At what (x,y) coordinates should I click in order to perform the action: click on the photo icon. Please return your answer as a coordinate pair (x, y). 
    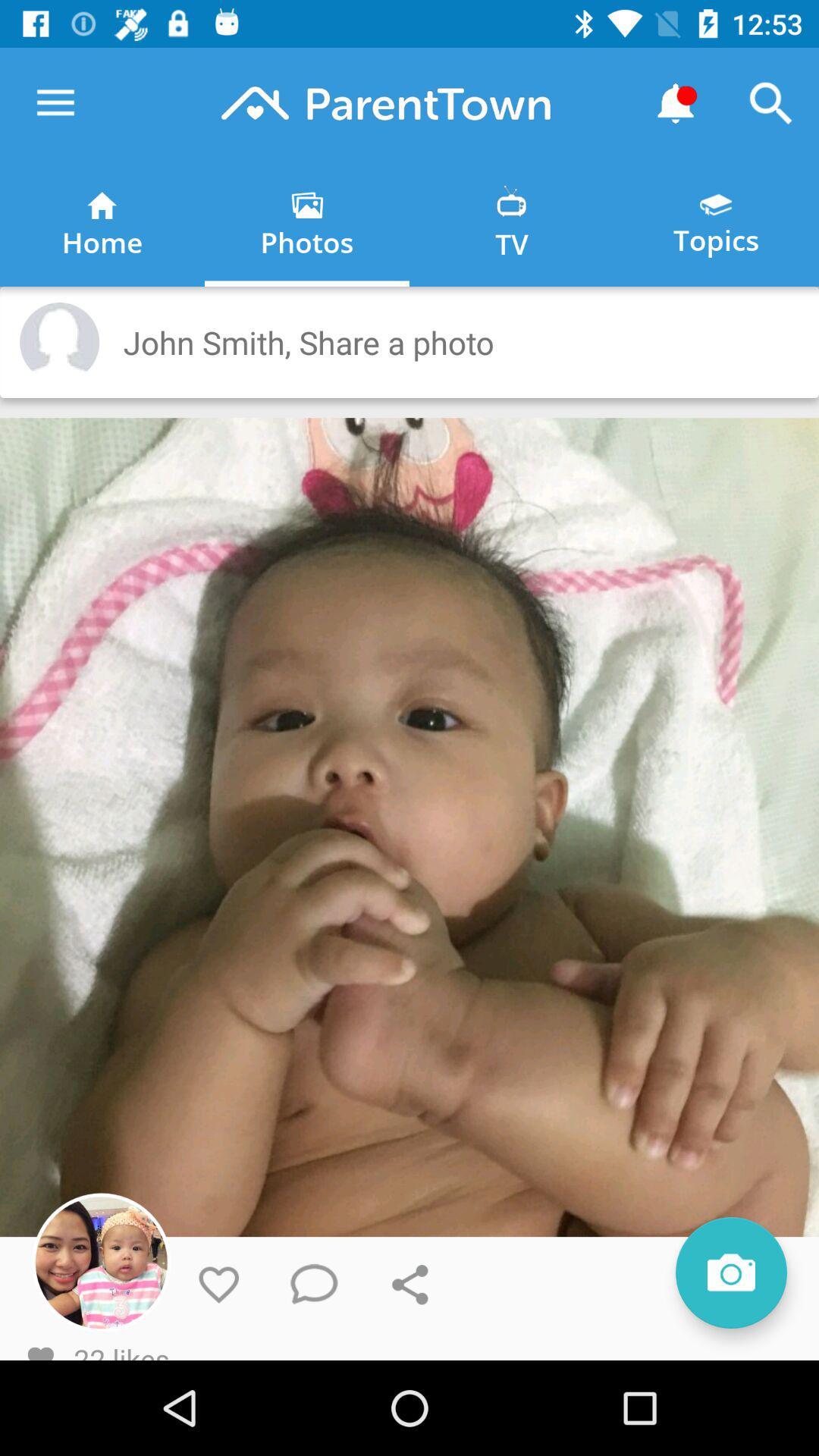
    Looking at the image, I should click on (730, 1272).